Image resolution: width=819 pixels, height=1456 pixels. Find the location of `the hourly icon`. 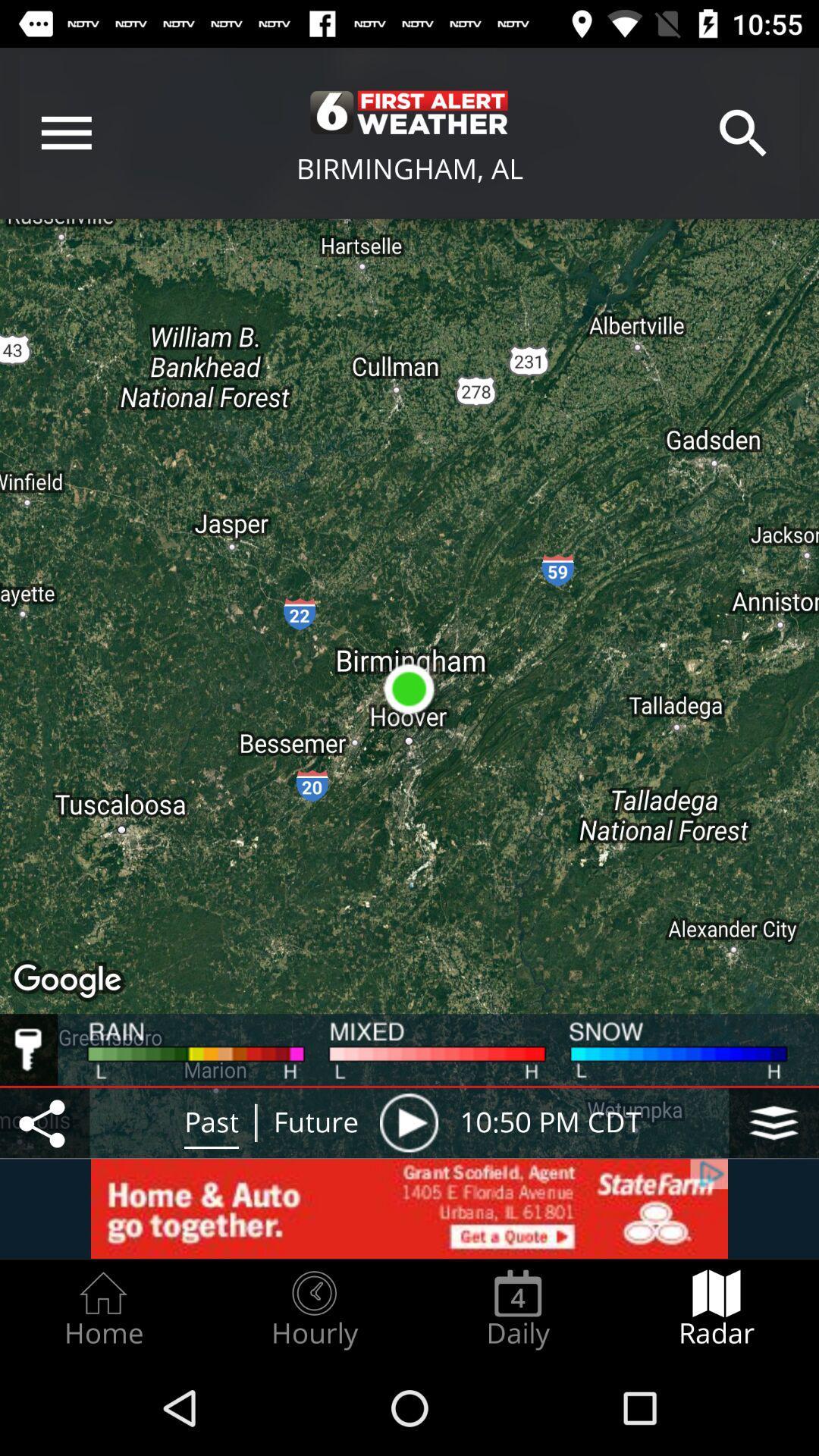

the hourly icon is located at coordinates (313, 1309).